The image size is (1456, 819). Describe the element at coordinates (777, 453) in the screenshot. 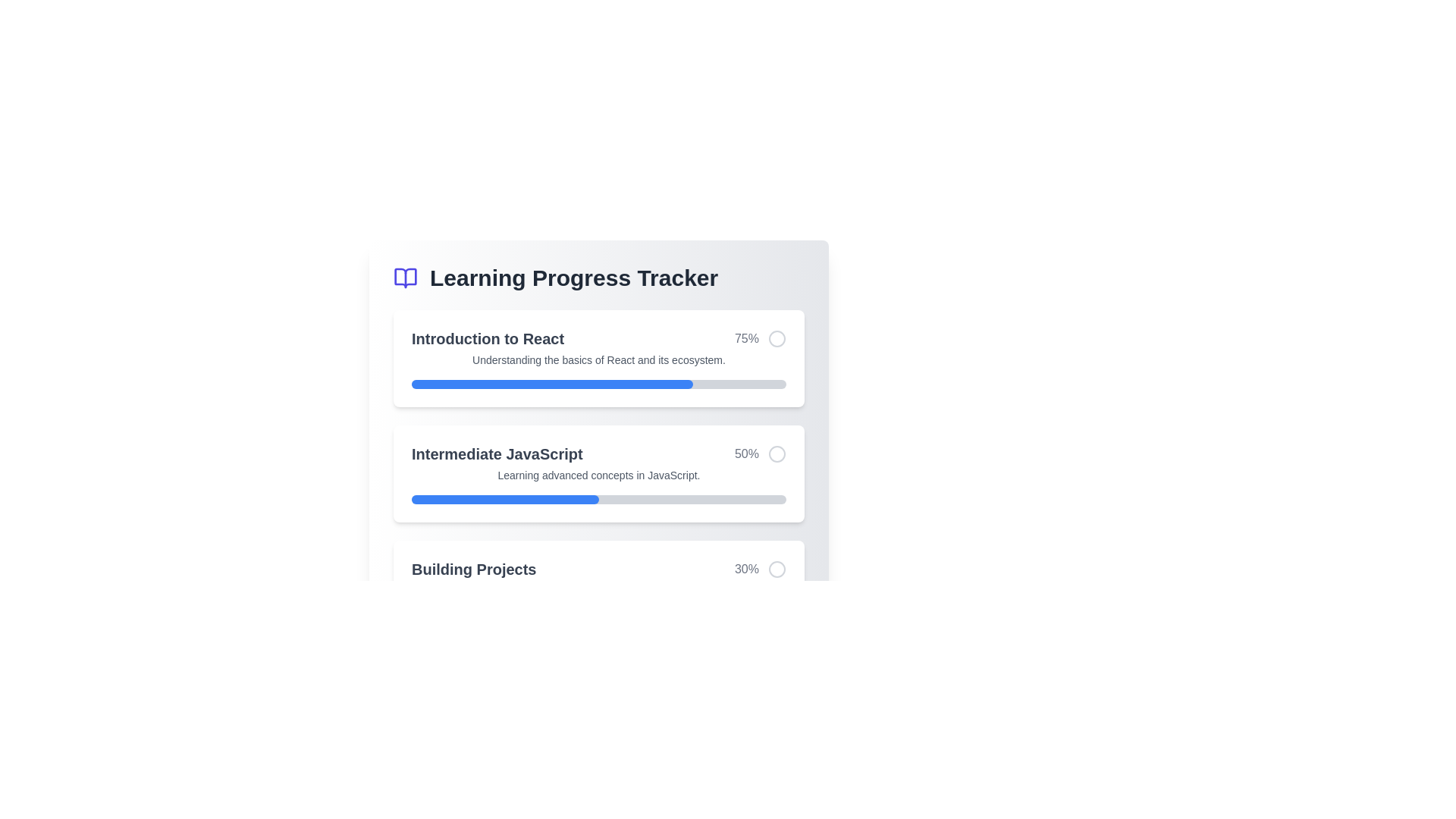

I see `the decorative status-indicating circle located to the right of the progress percentage '50%'` at that location.